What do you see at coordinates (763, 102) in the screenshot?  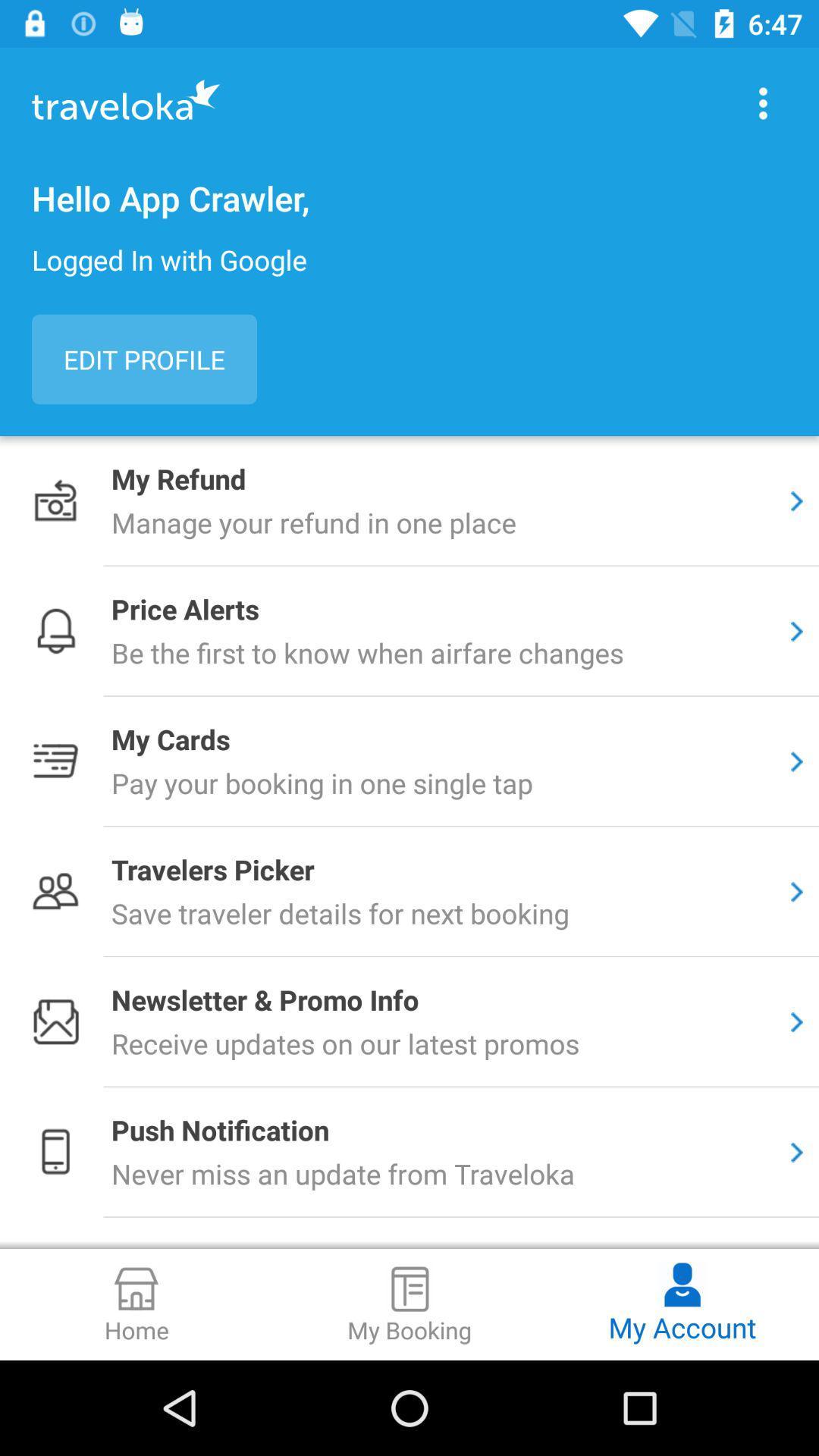 I see `open settings` at bounding box center [763, 102].